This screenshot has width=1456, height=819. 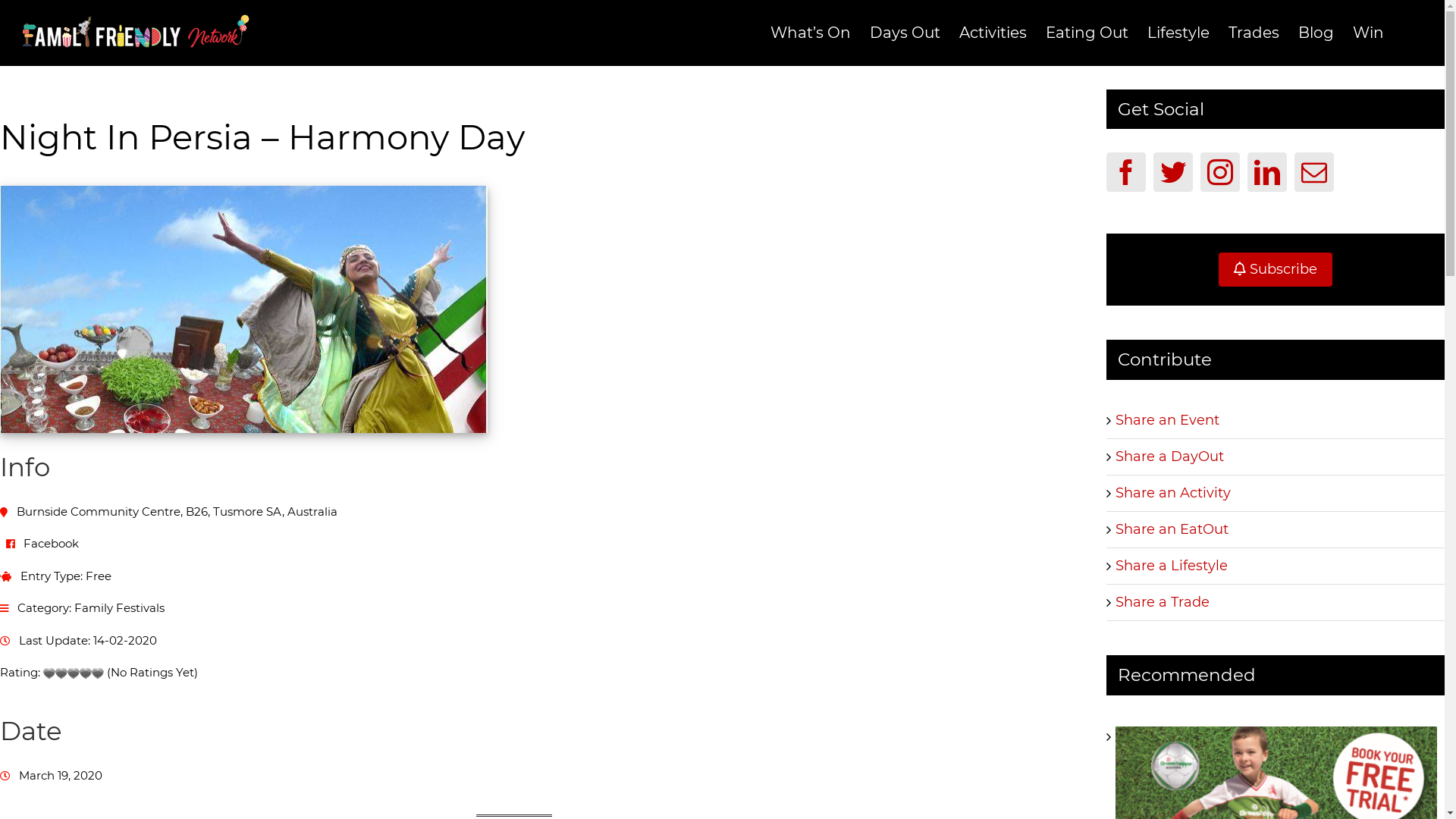 What do you see at coordinates (51, 542) in the screenshot?
I see `'Facebook'` at bounding box center [51, 542].